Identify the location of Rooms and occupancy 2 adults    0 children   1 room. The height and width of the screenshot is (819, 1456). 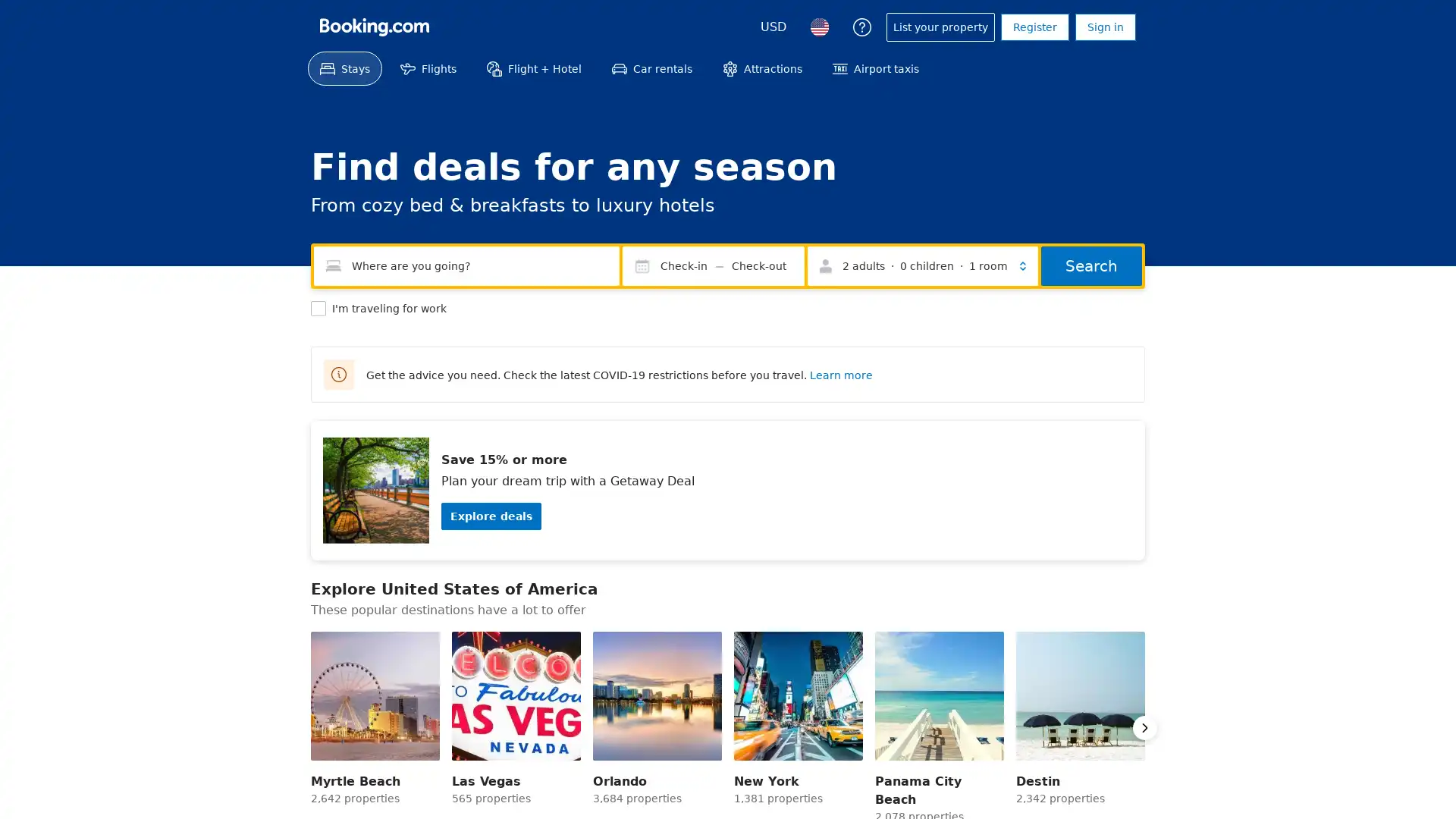
(922, 265).